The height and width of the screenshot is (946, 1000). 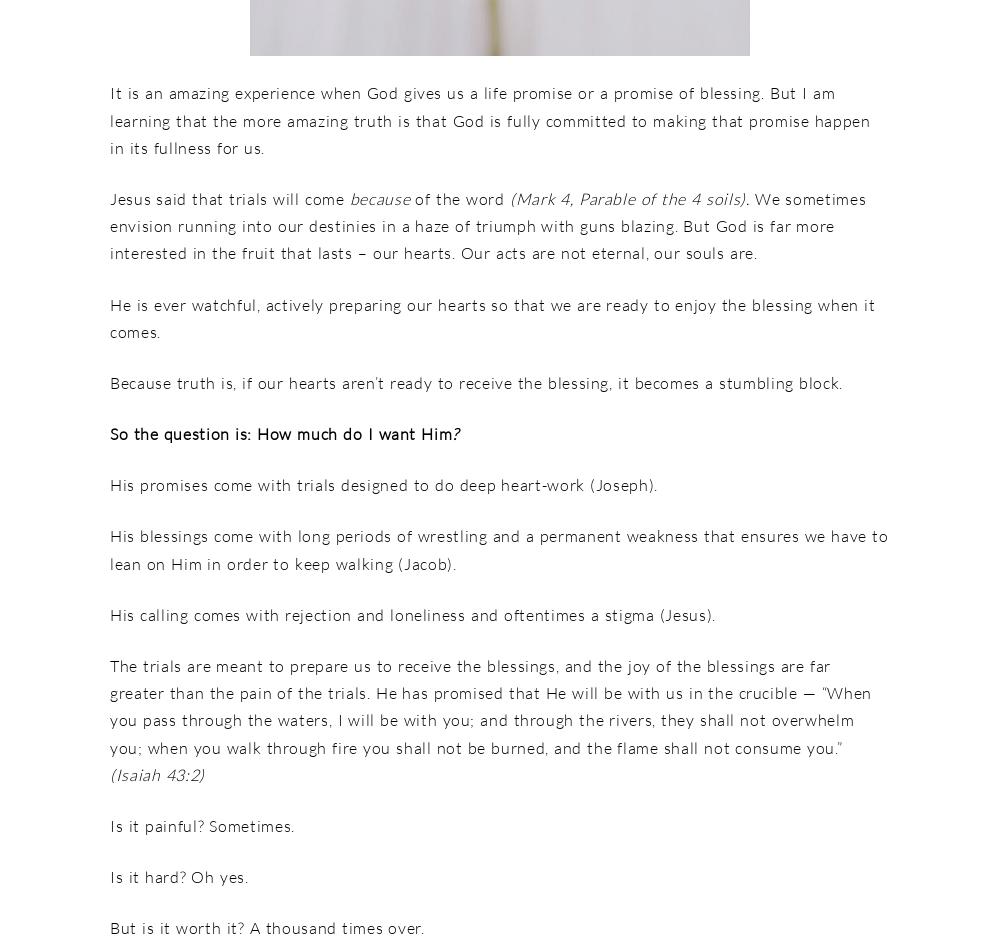 I want to click on '(Mark 4, Parable of the 4 soils).', so click(x=631, y=197).